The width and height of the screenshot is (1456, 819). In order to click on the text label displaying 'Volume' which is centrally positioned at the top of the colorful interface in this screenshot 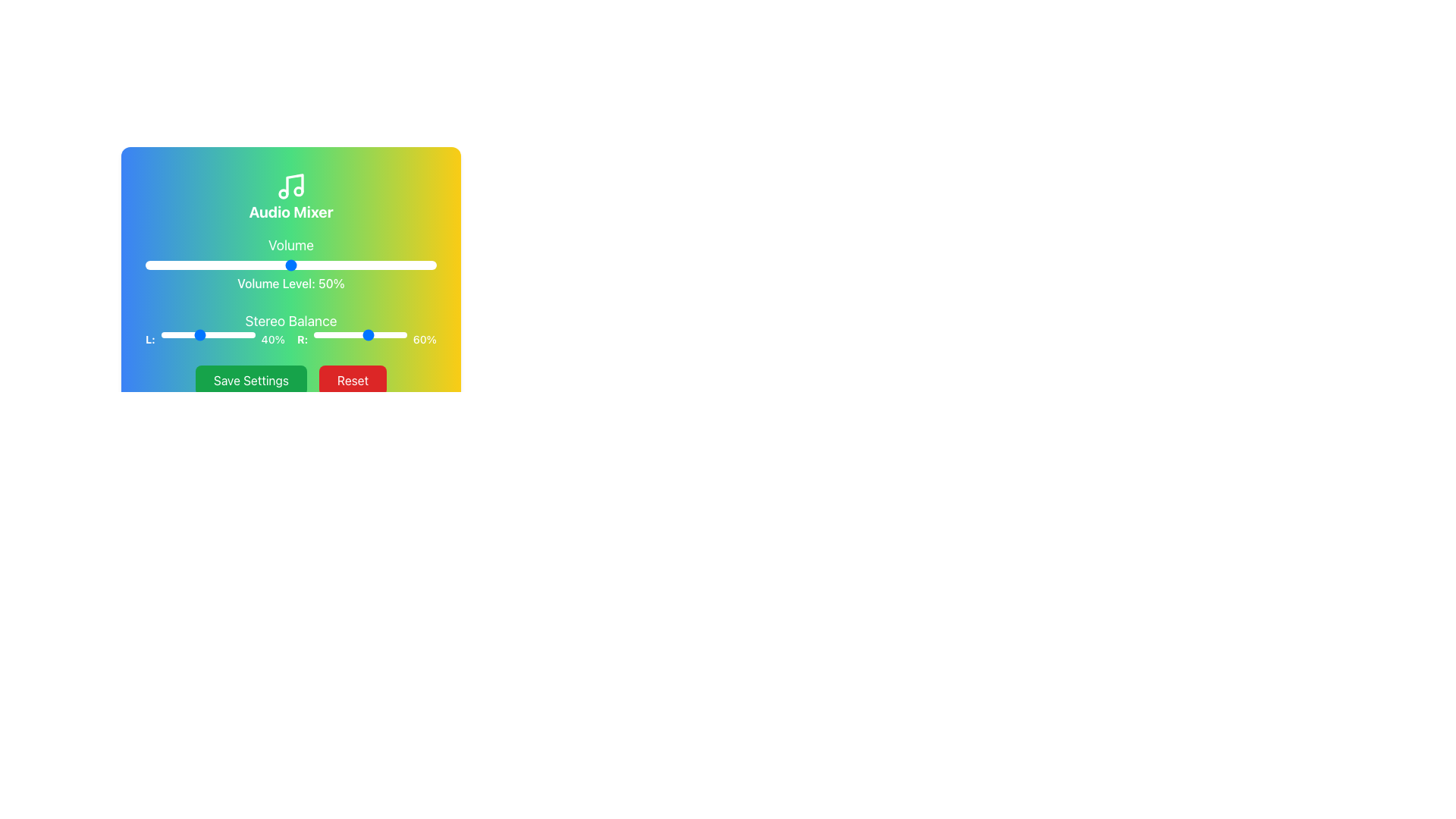, I will do `click(291, 245)`.